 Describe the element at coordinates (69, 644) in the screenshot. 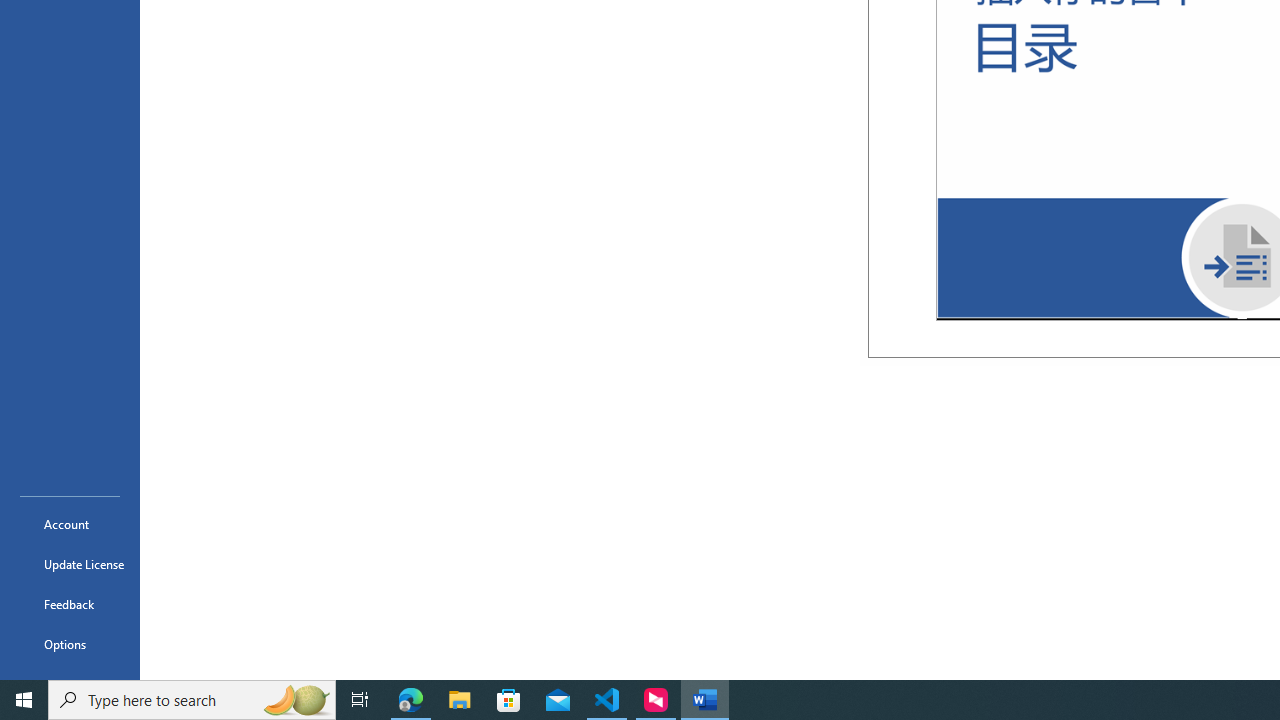

I see `'Options'` at that location.